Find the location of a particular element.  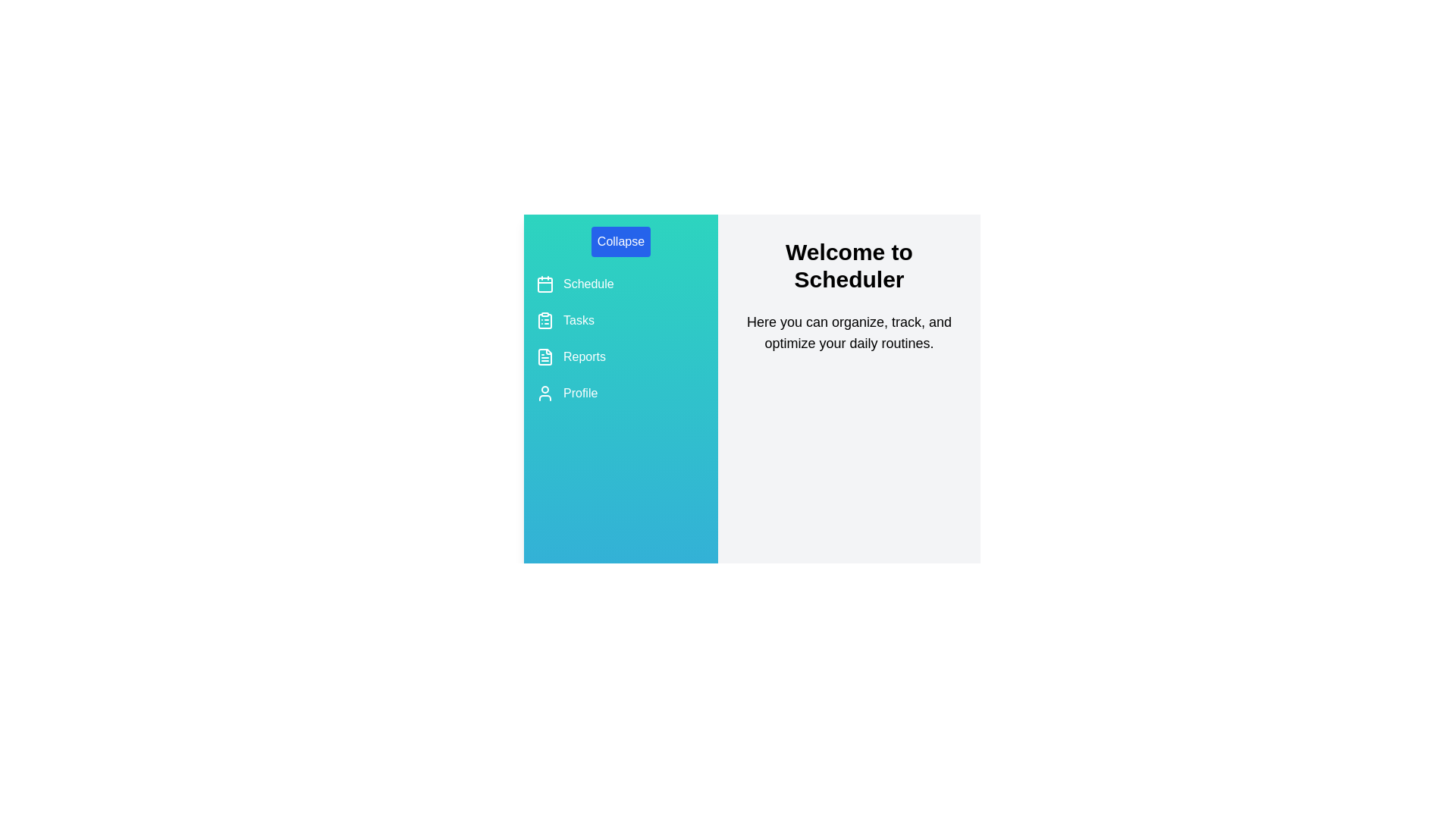

the 'Reports' navigation item is located at coordinates (621, 356).